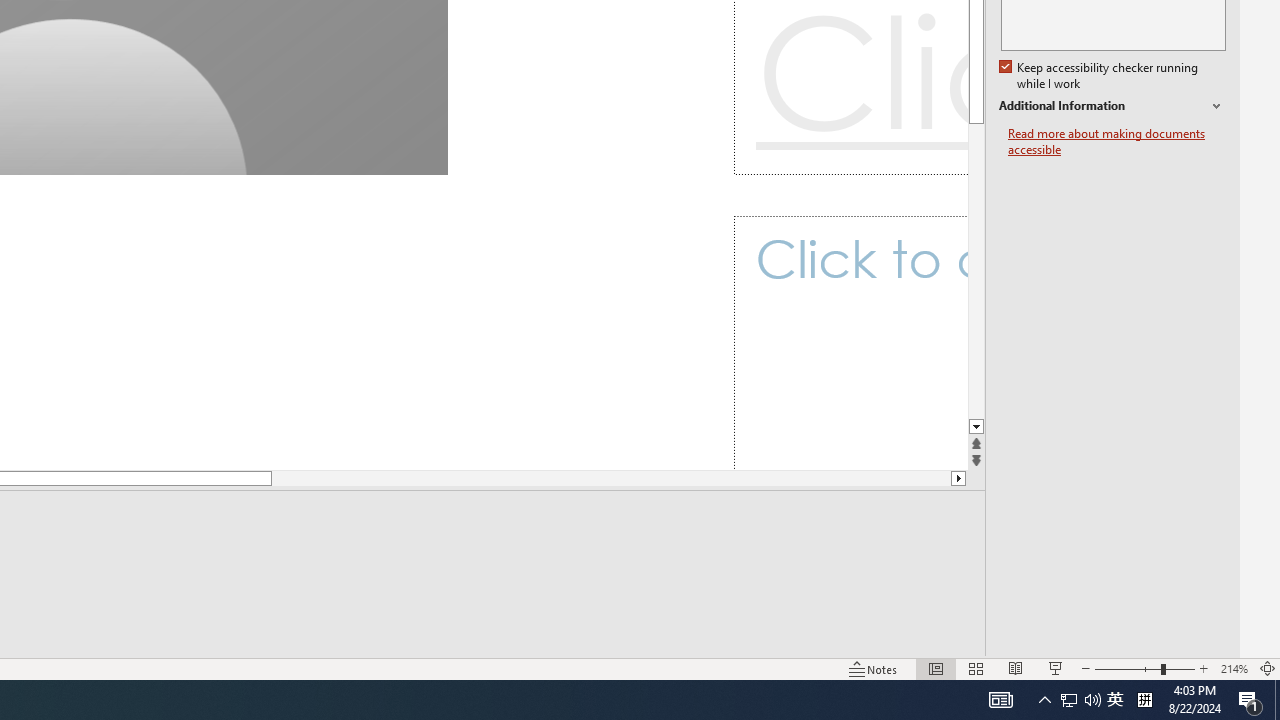 The height and width of the screenshot is (720, 1280). I want to click on 'Keep accessibility checker running while I work', so click(1099, 75).